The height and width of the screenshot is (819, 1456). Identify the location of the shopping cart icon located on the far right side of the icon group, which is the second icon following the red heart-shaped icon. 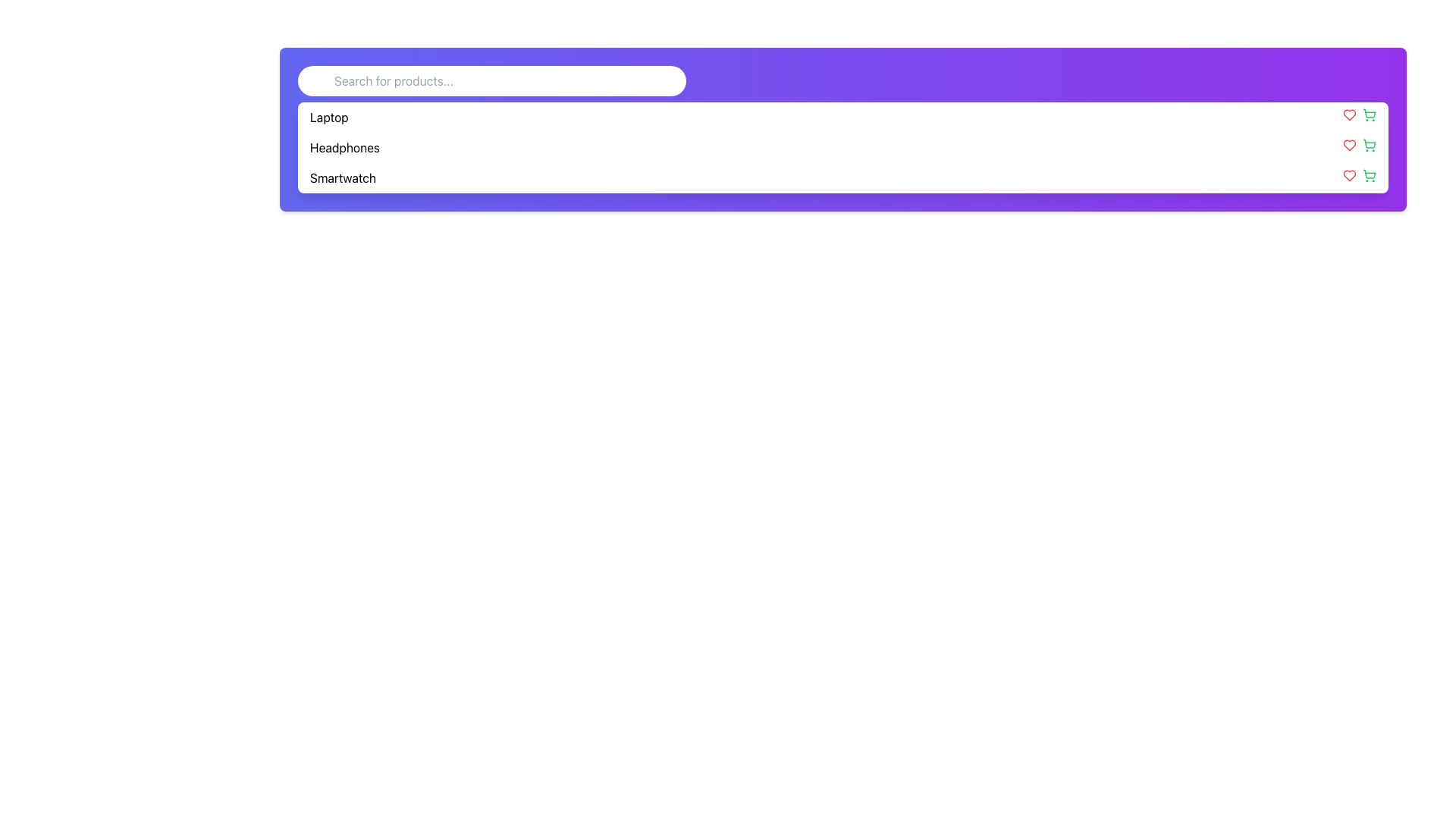
(1369, 114).